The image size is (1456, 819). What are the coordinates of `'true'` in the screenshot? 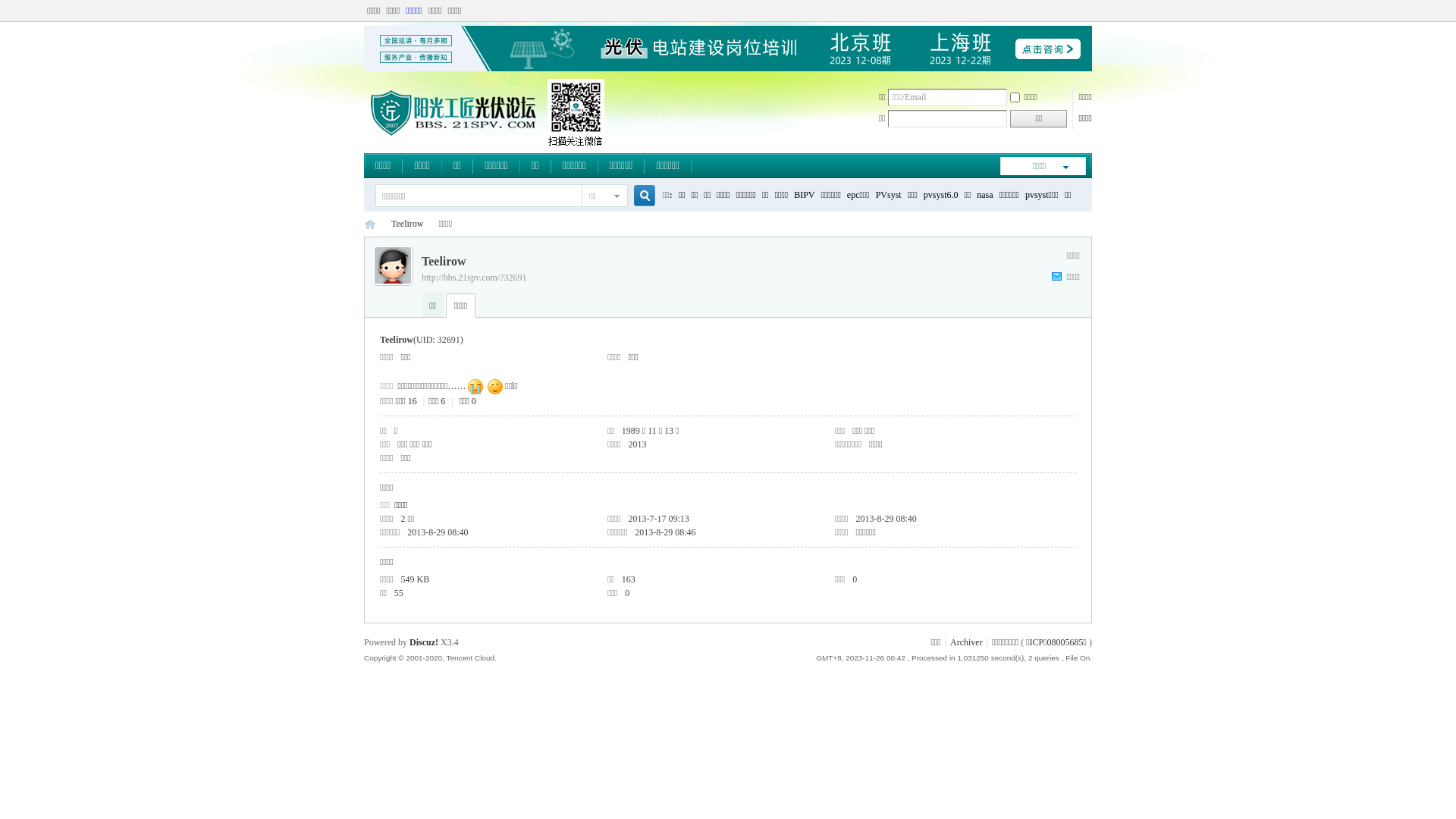 It's located at (639, 195).